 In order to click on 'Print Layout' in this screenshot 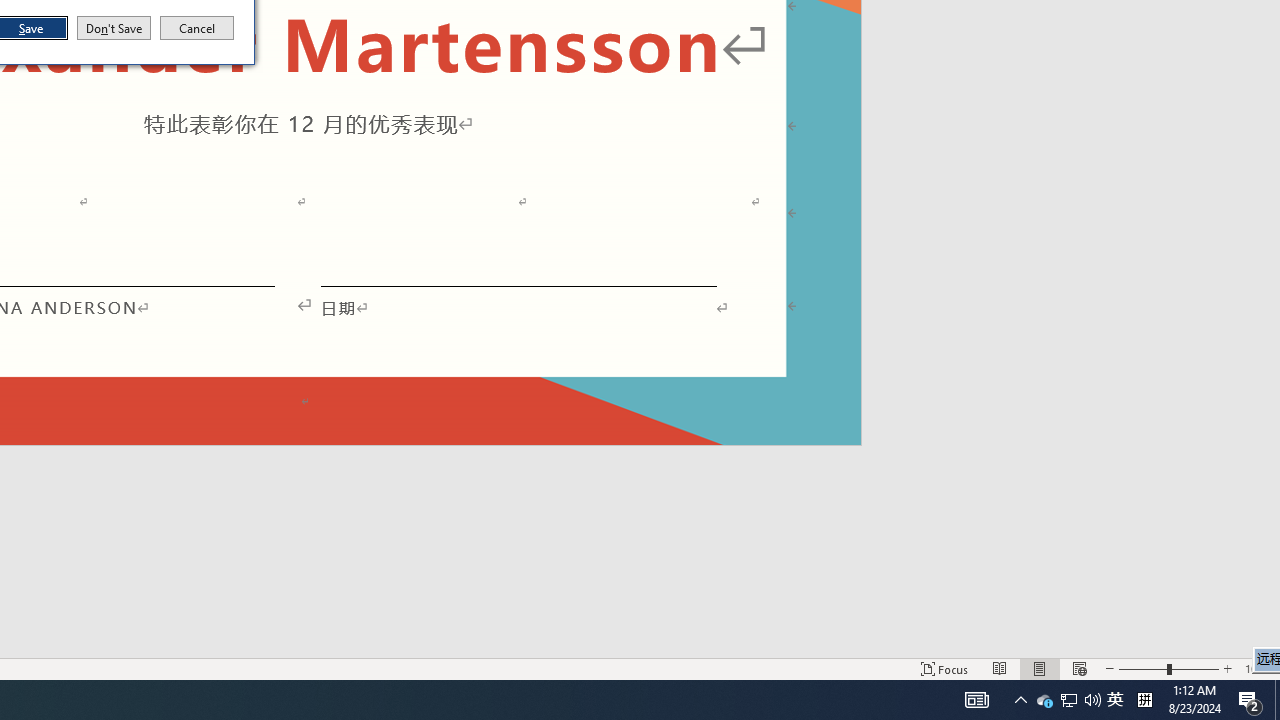, I will do `click(1040, 669)`.